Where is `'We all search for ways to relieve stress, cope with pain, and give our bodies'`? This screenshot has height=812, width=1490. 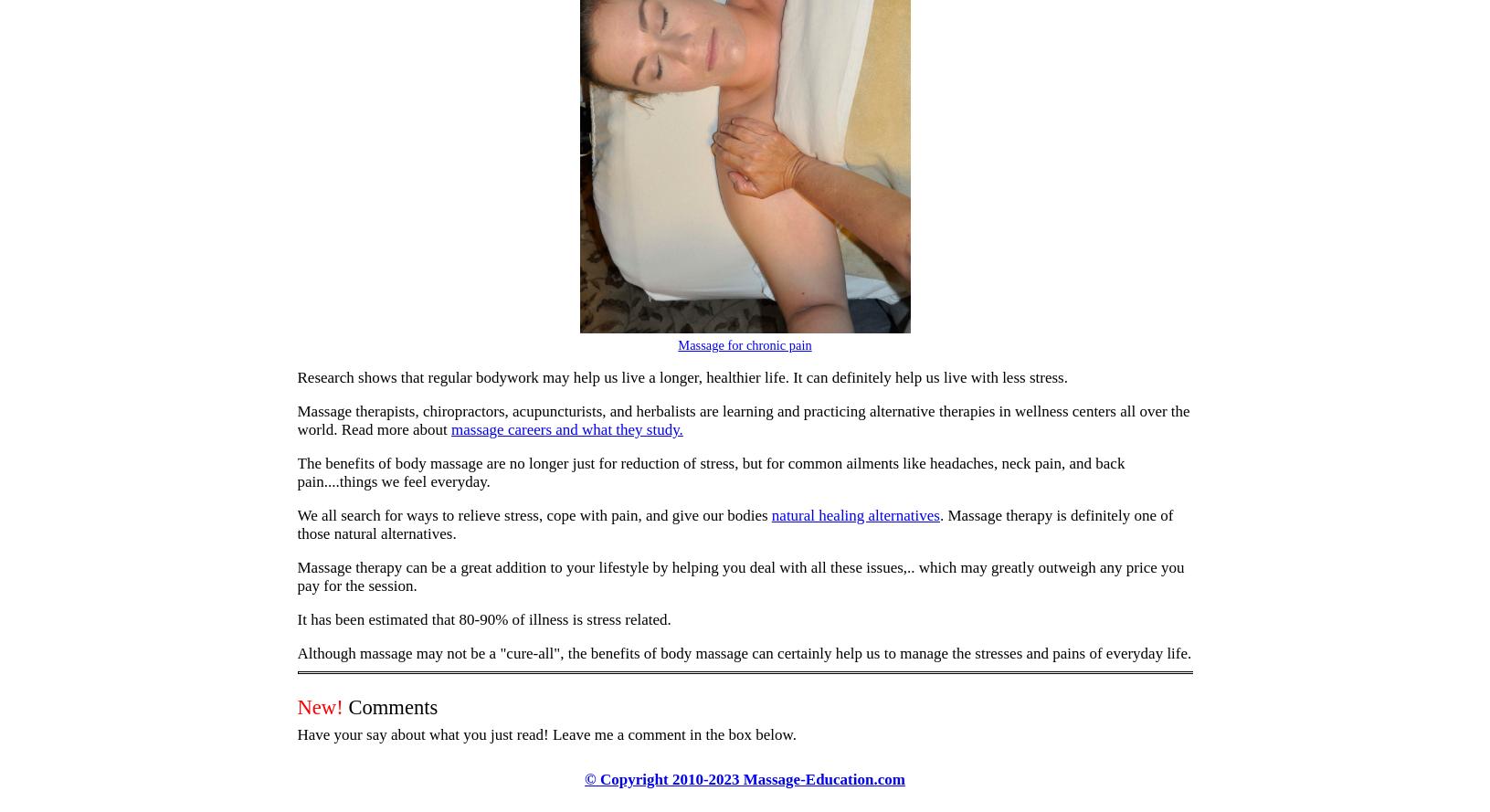
'We all search for ways to relieve stress, cope with pain, and give our bodies' is located at coordinates (534, 515).